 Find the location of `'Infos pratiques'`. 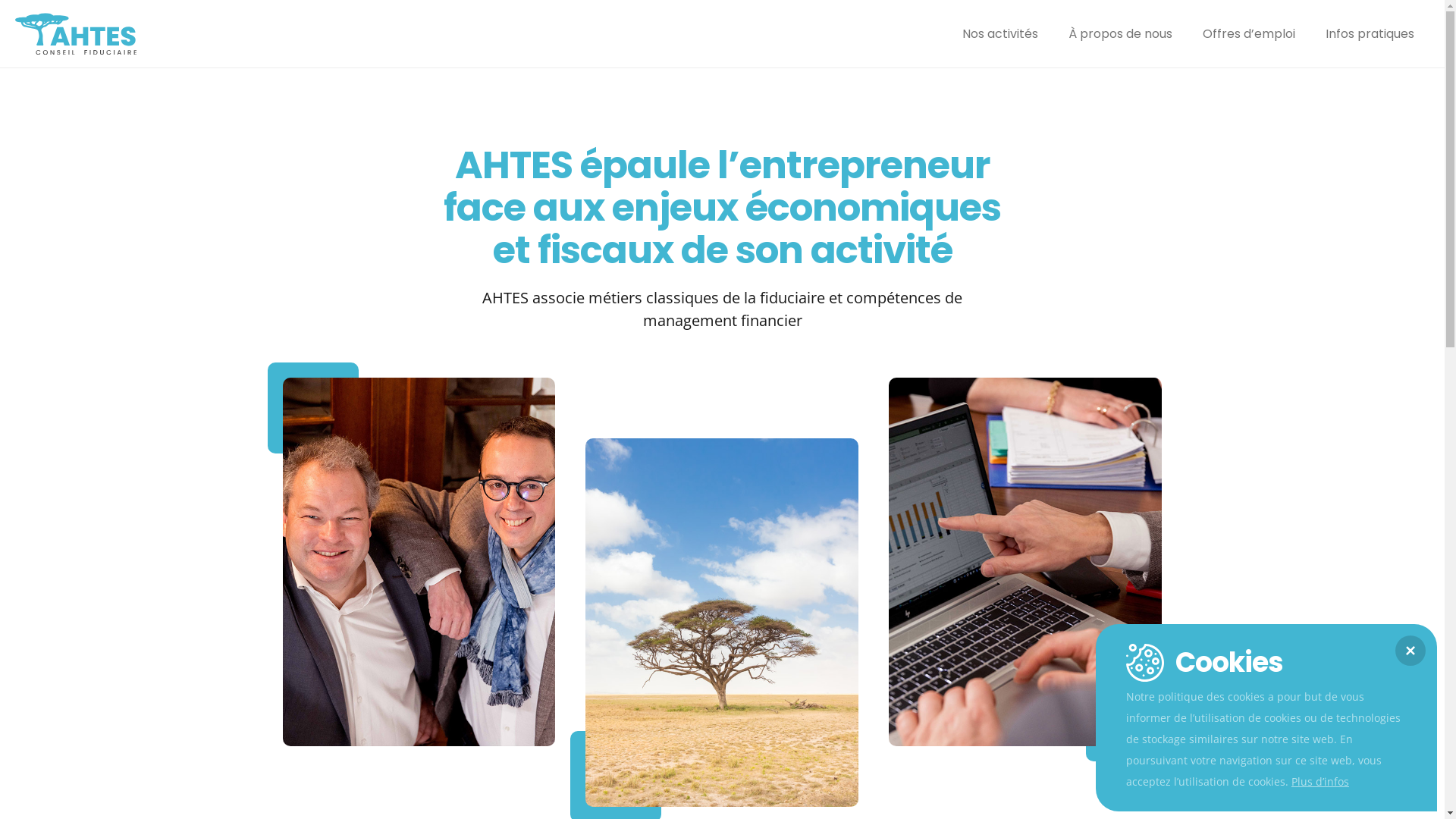

'Infos pratiques' is located at coordinates (1370, 34).